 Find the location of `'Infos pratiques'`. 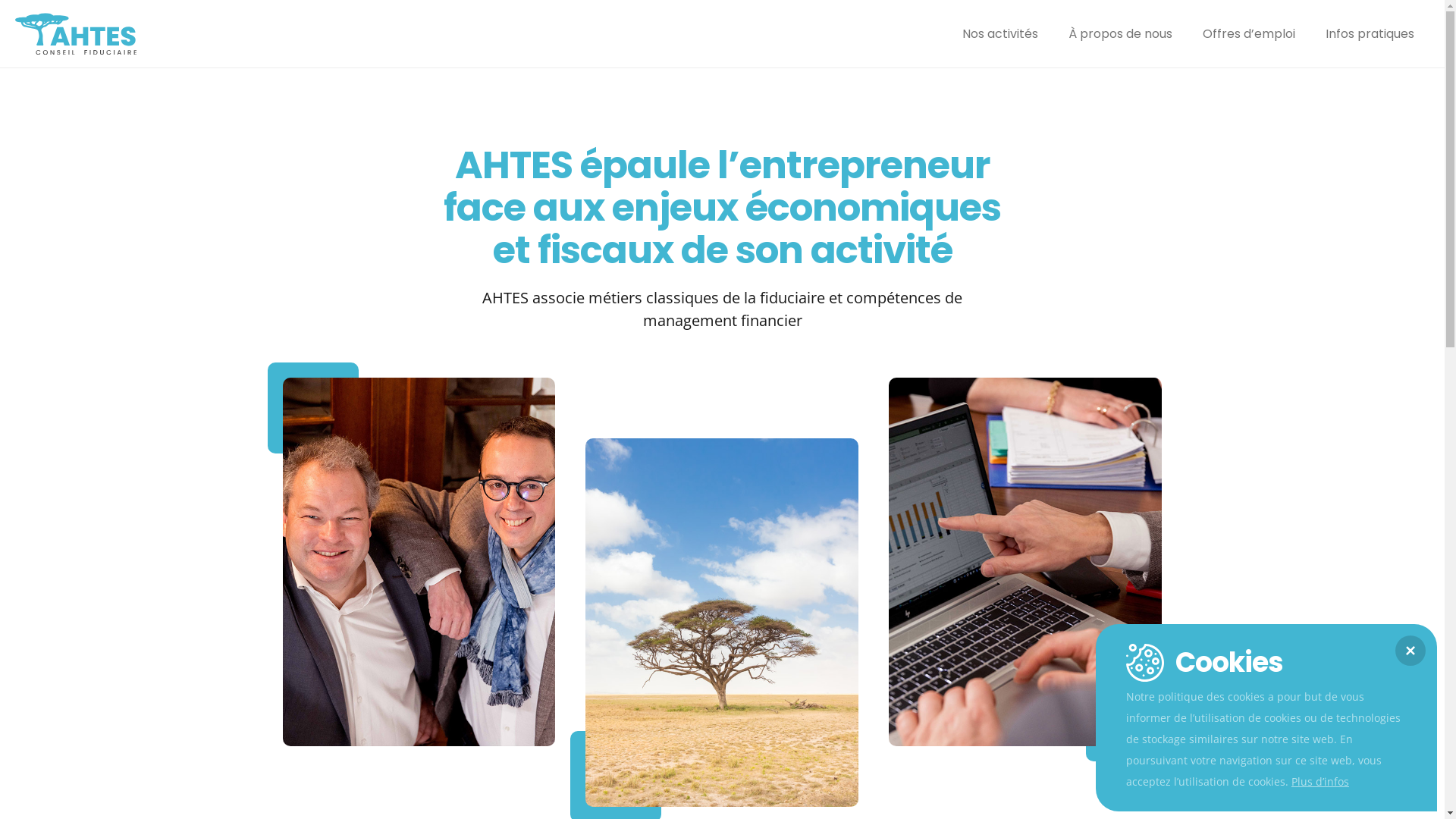

'Infos pratiques' is located at coordinates (1370, 34).